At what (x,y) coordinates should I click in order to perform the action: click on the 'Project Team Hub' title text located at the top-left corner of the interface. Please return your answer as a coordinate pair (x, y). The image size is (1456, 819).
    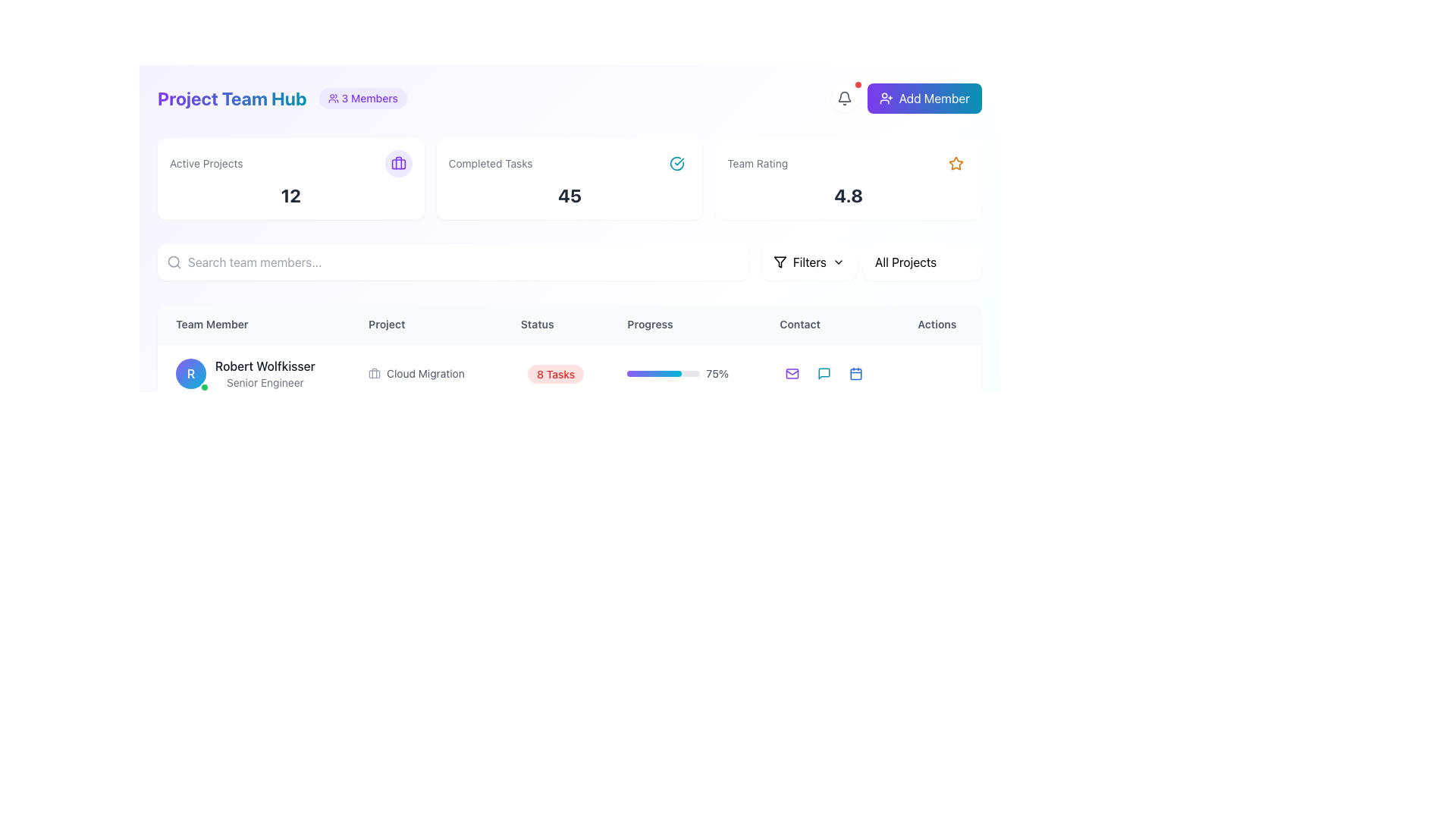
    Looking at the image, I should click on (231, 99).